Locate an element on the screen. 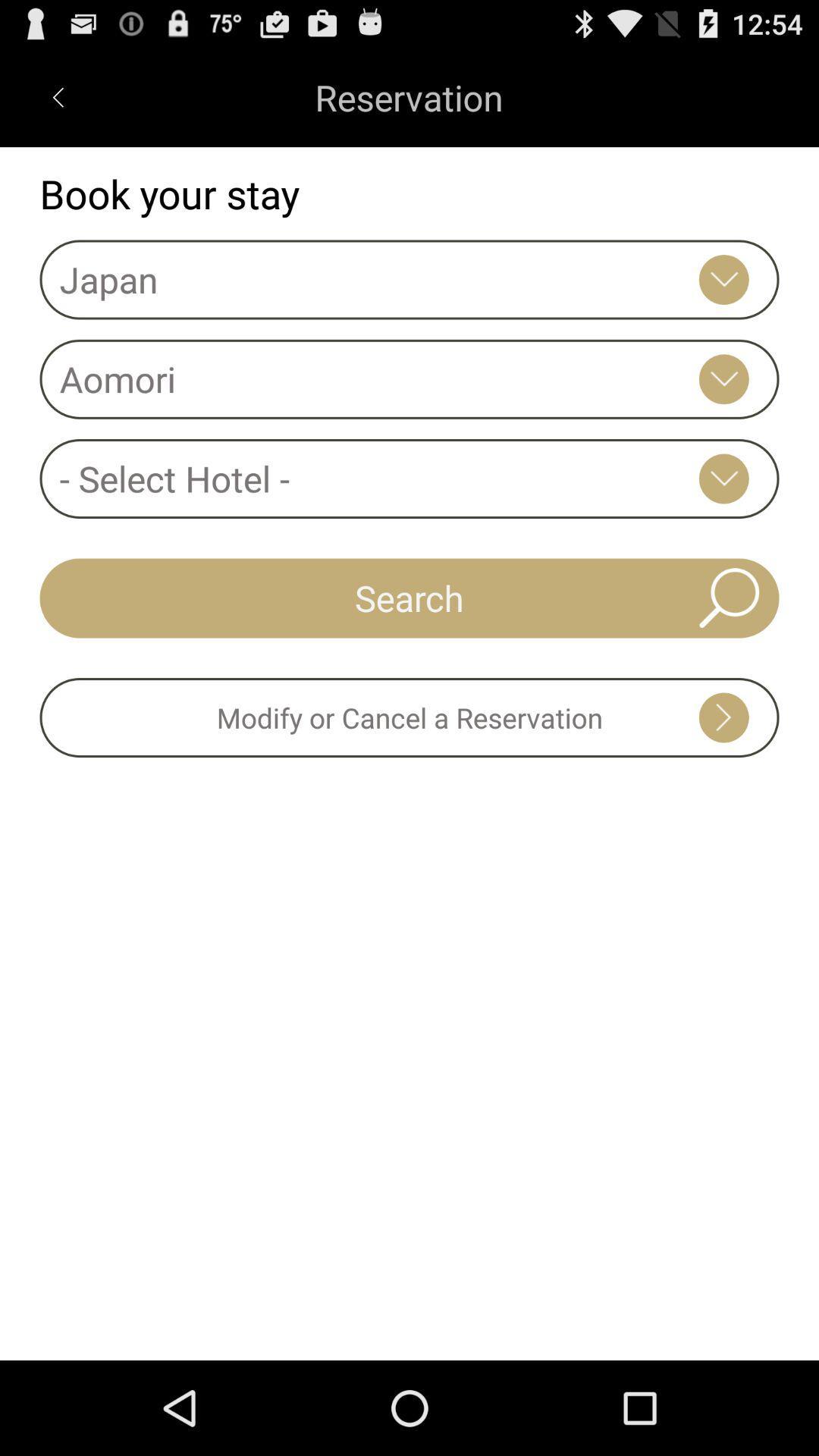 This screenshot has width=819, height=1456. the 1st down arrow is located at coordinates (723, 280).